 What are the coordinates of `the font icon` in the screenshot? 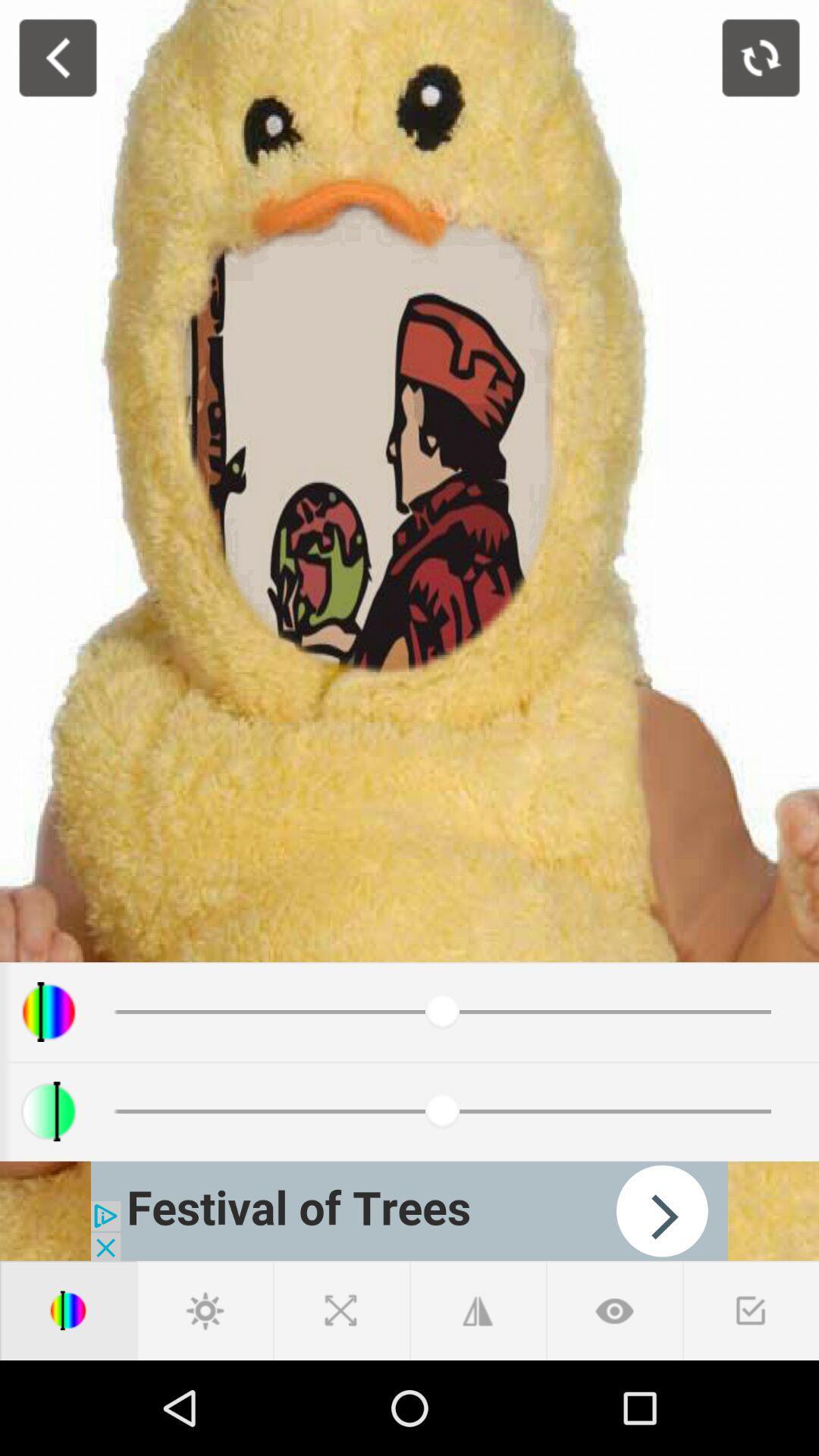 It's located at (476, 1310).